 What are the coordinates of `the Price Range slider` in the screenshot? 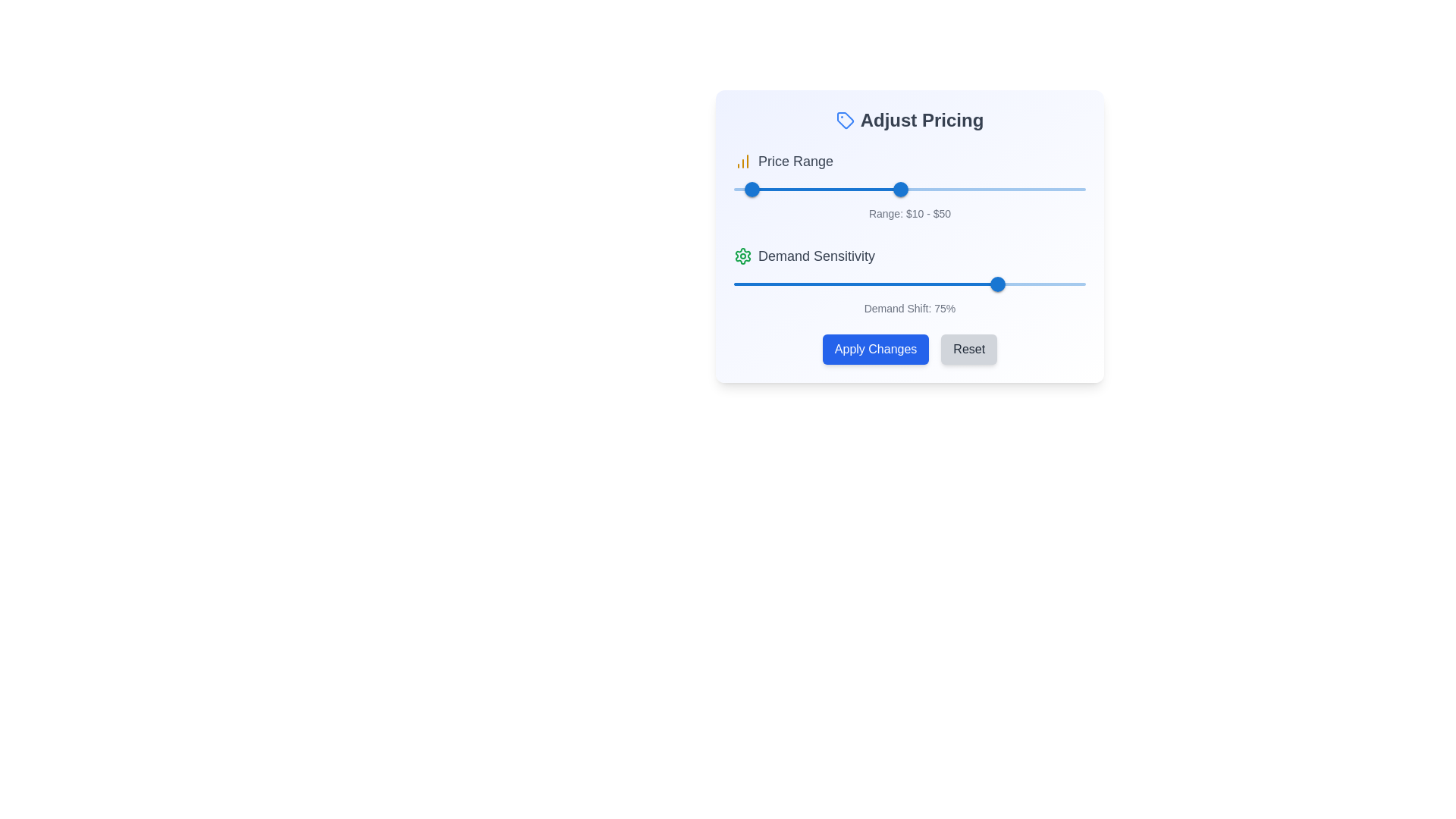 It's located at (757, 189).